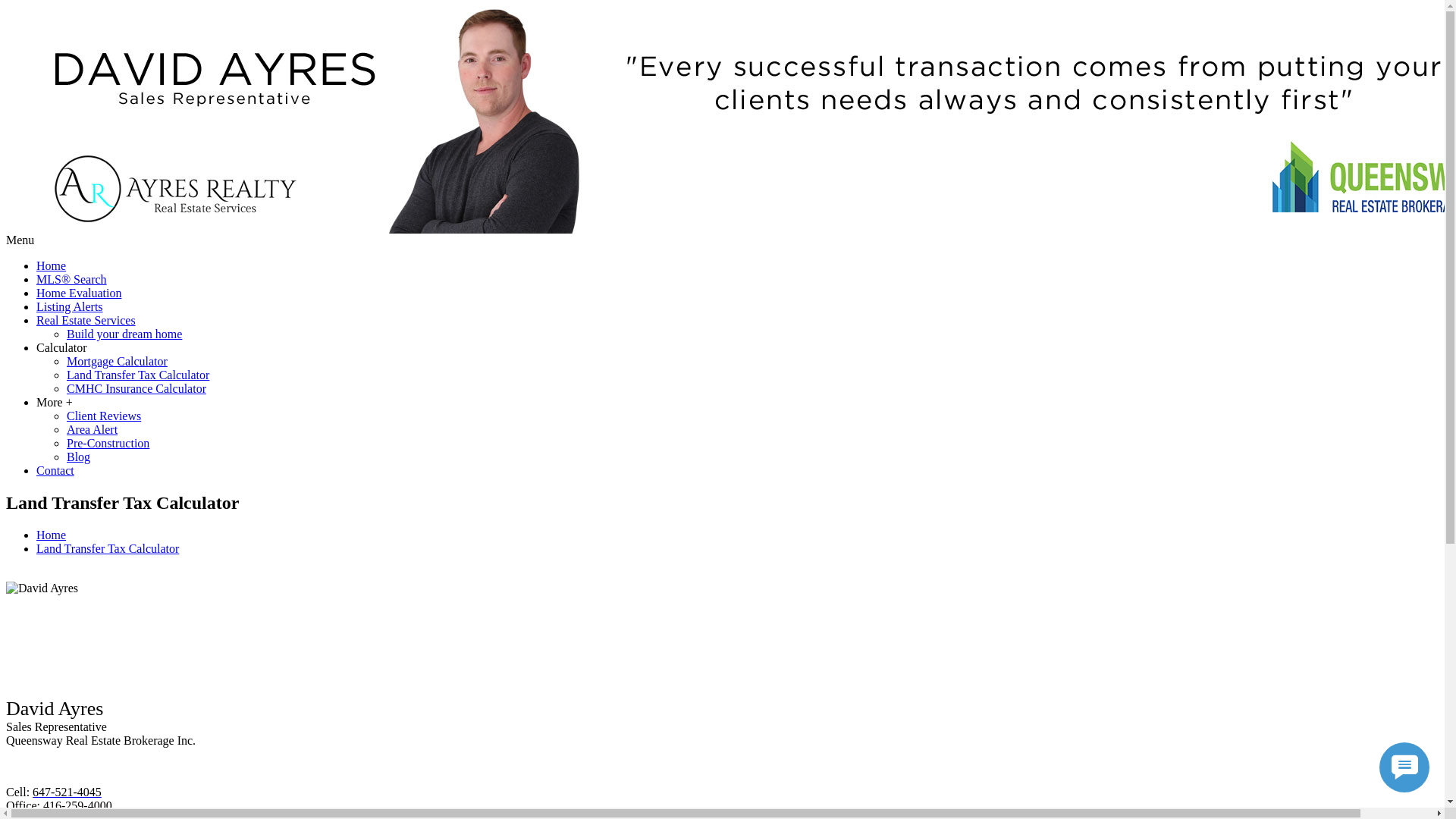 The width and height of the screenshot is (1456, 819). Describe the element at coordinates (65, 443) in the screenshot. I see `'Pre-Construction'` at that location.